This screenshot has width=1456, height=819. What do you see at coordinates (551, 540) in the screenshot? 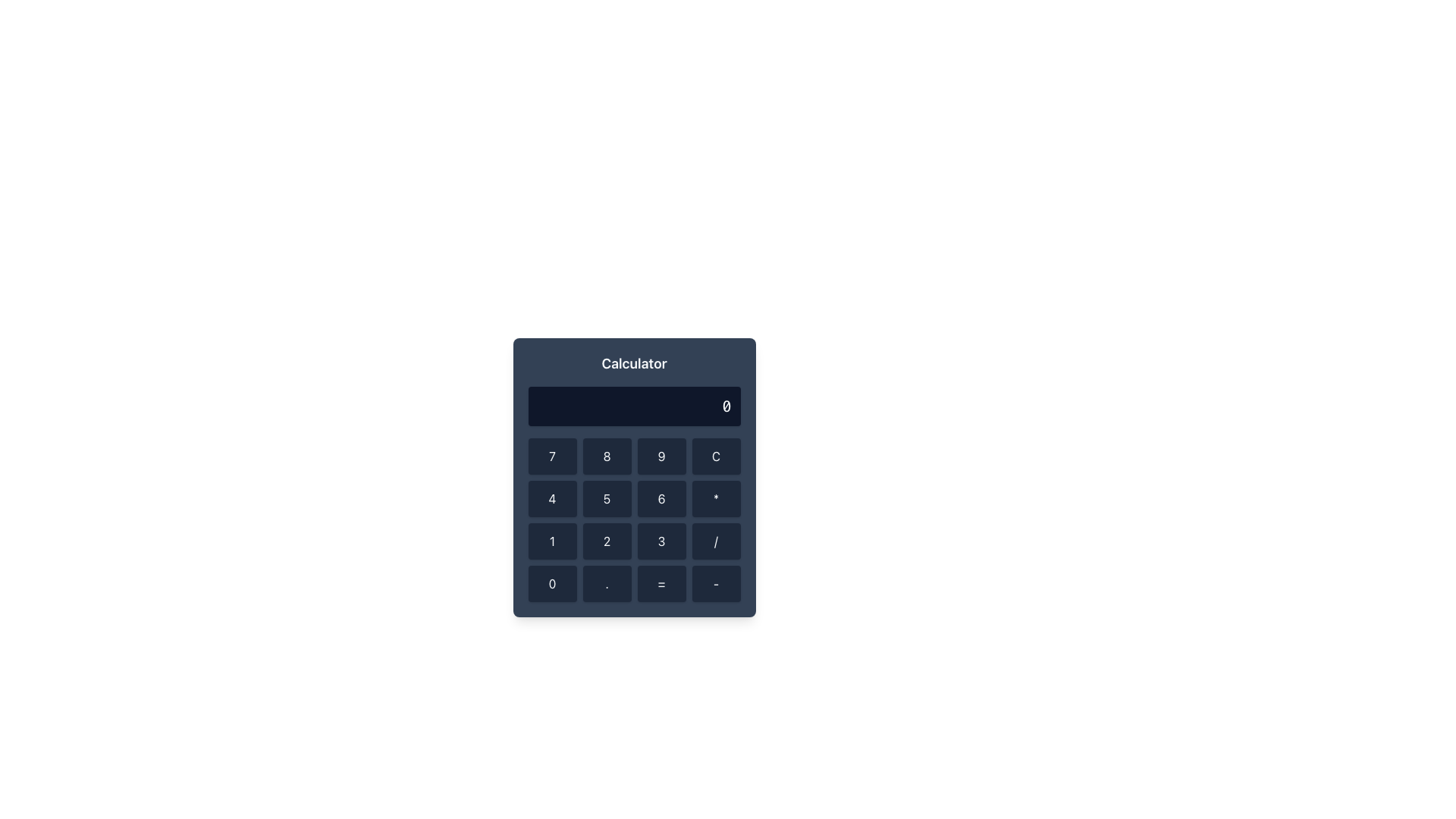
I see `the button representing the digit '1' on the calculator to input '1' into the current calculation sequence` at bounding box center [551, 540].